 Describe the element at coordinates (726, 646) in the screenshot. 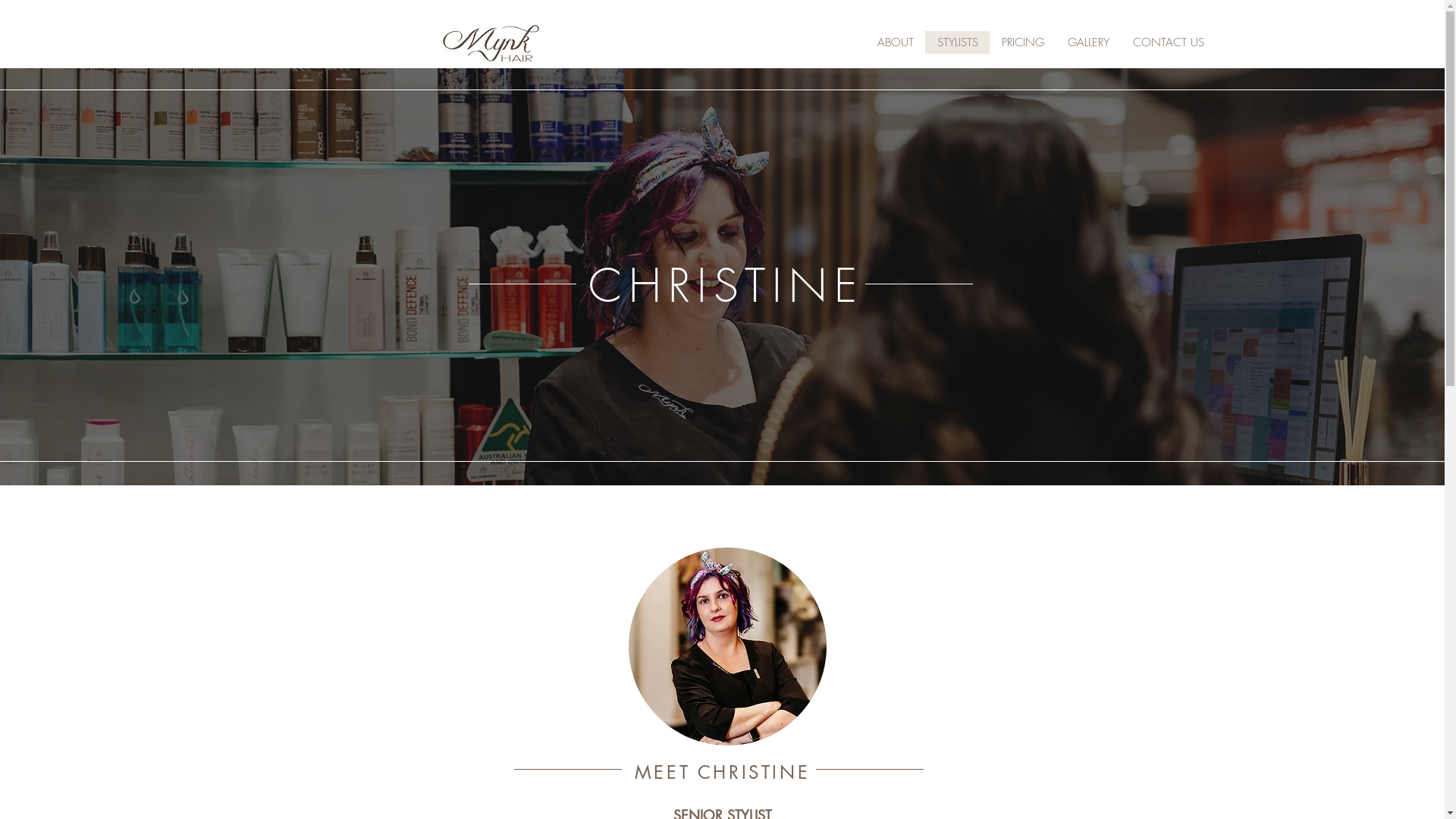

I see `'IMG_7227.jpg'` at that location.